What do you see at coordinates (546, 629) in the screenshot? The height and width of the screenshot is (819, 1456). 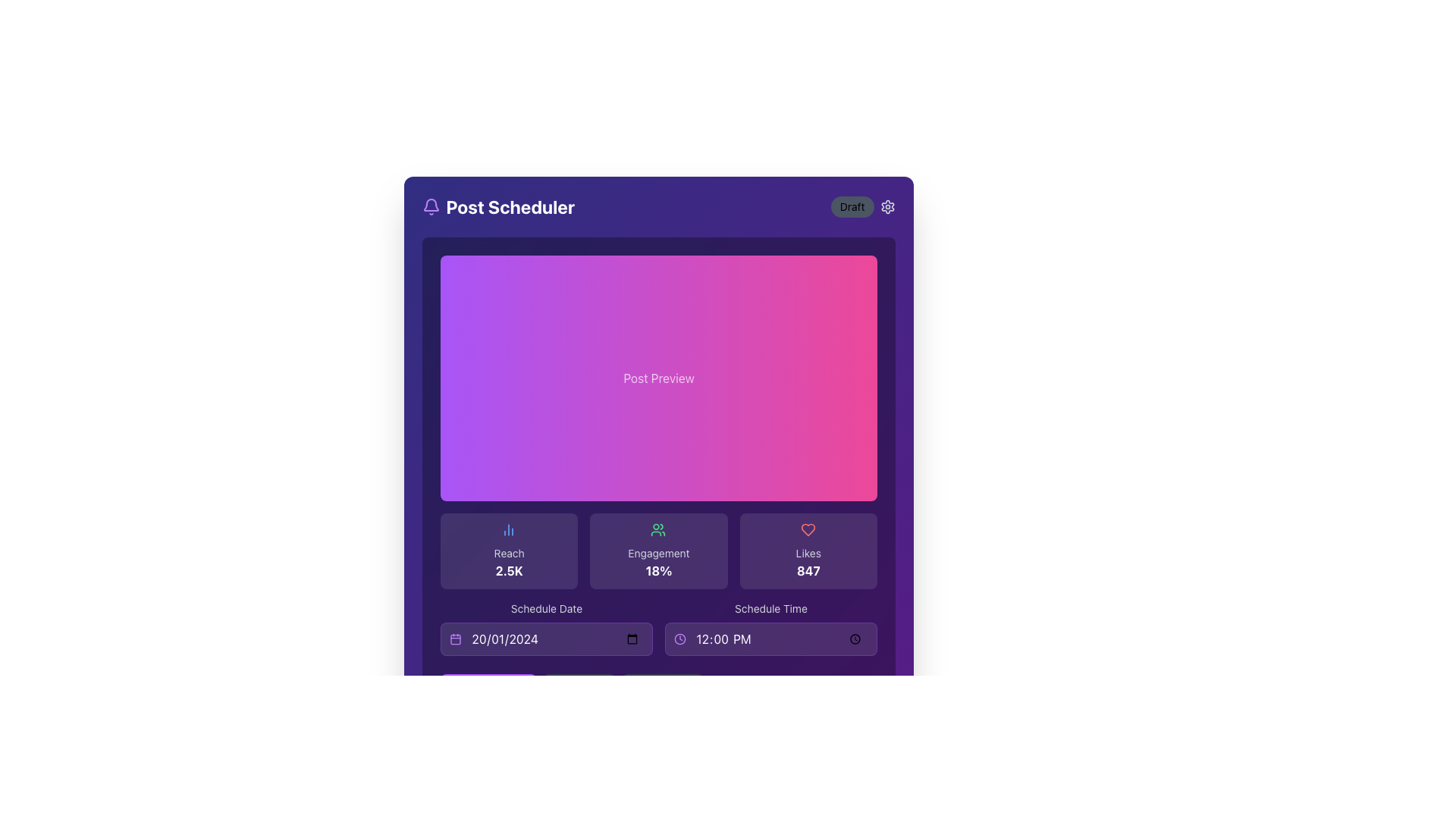 I see `the calendar icon next to the 'Schedule Date' input box` at bounding box center [546, 629].